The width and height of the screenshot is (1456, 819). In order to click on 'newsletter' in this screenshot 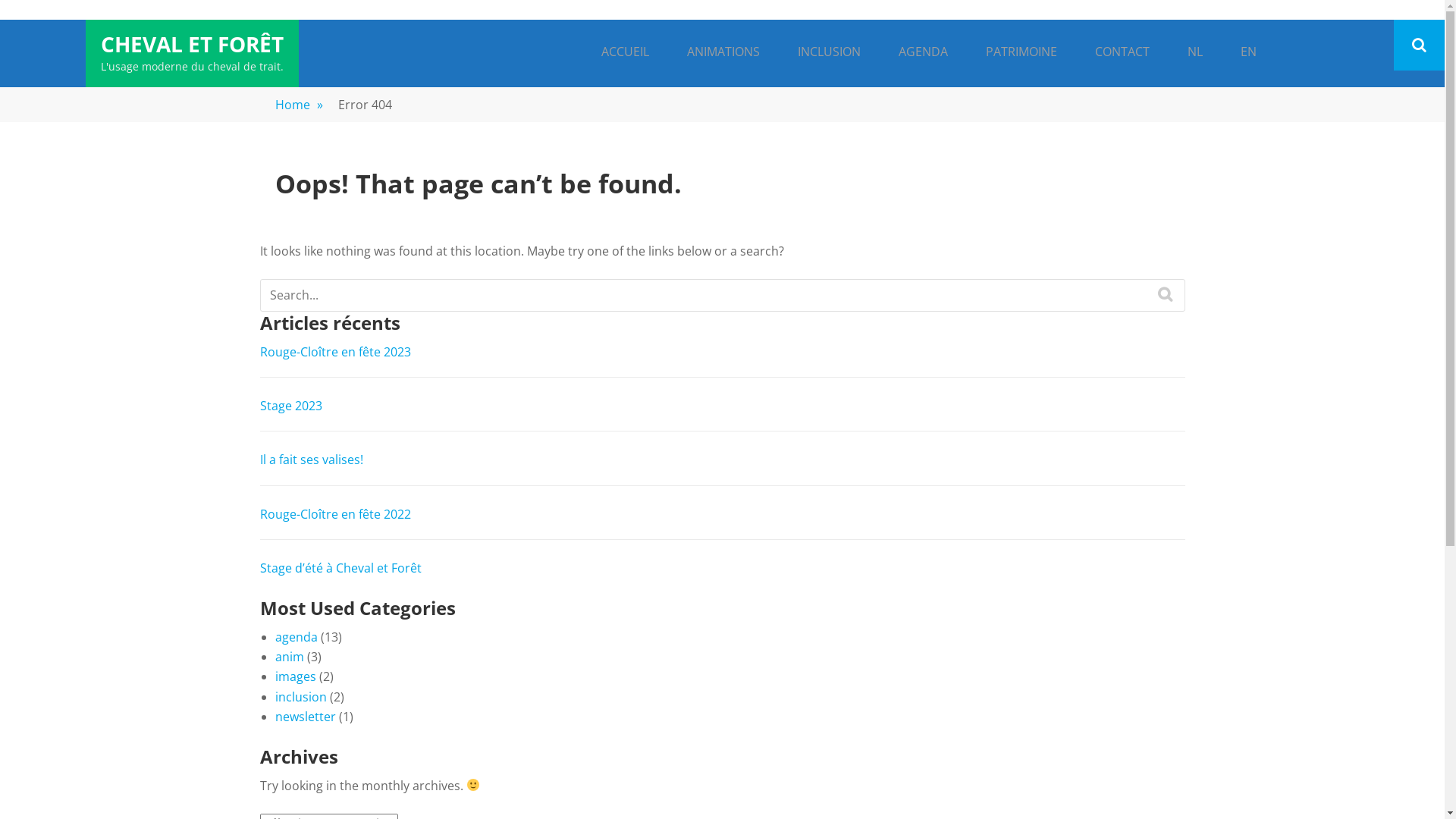, I will do `click(304, 717)`.